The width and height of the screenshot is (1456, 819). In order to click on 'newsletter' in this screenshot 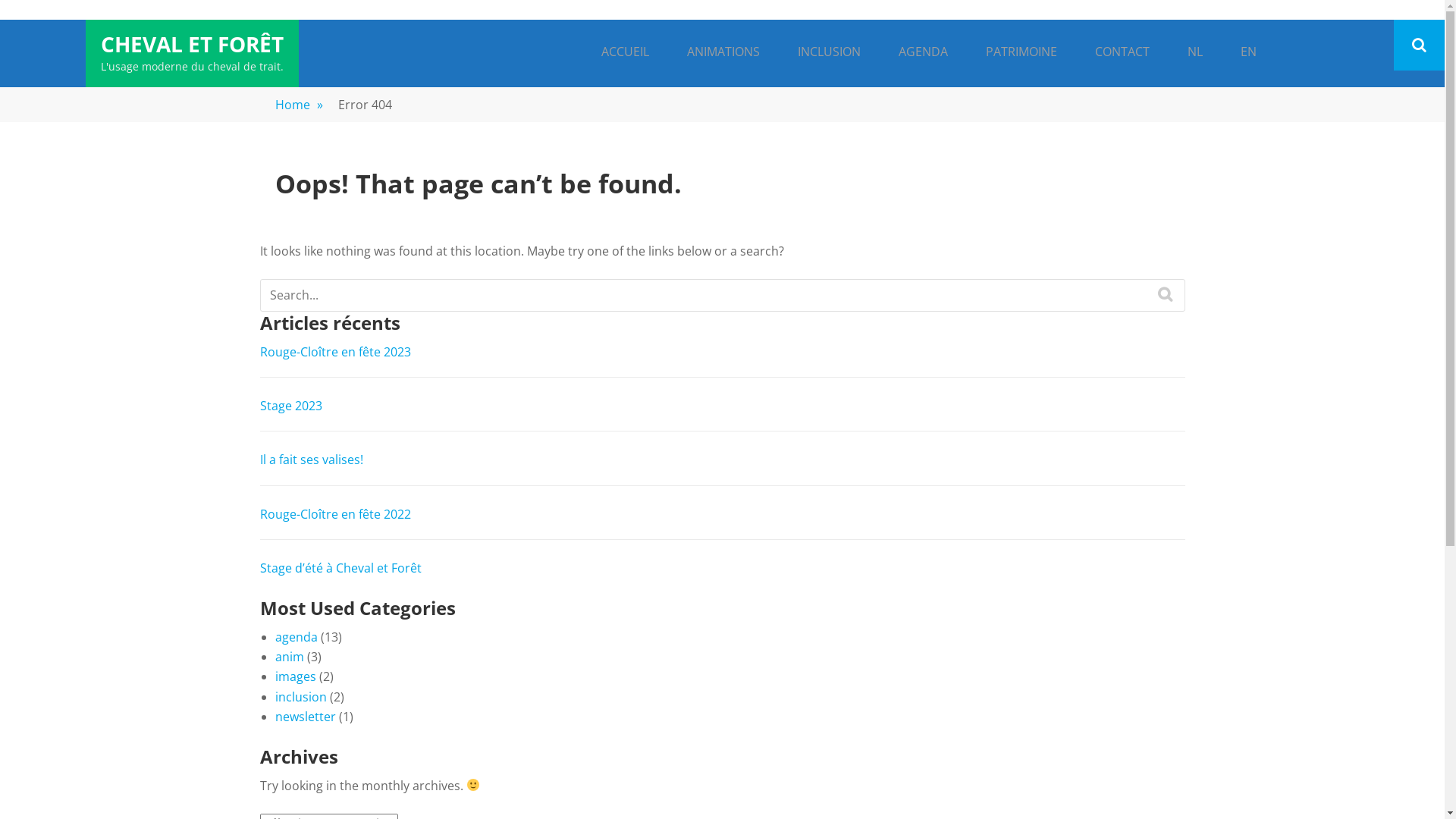, I will do `click(304, 717)`.